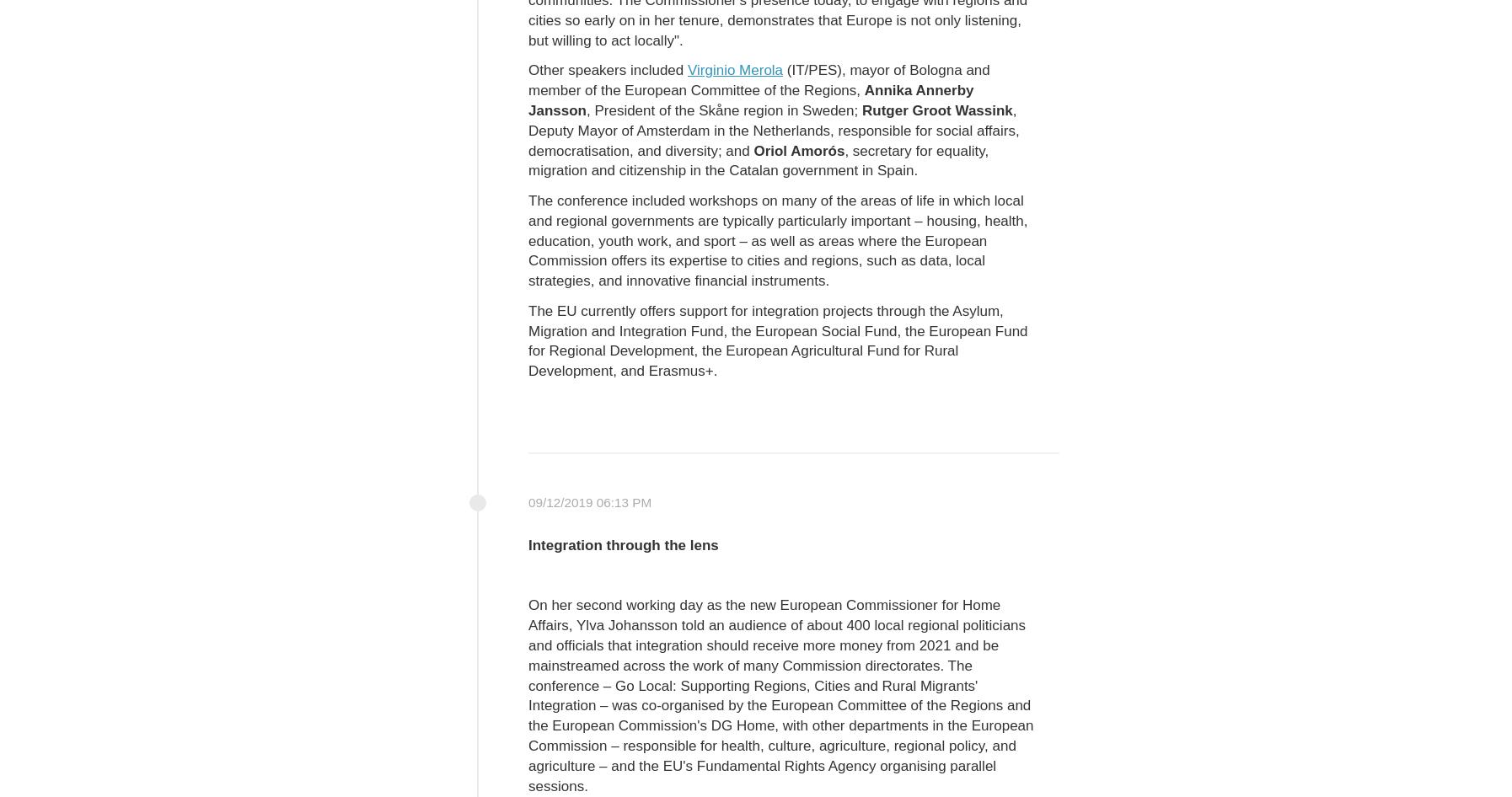 The image size is (1512, 797). Describe the element at coordinates (758, 160) in the screenshot. I see `', secretary for equality, migration and citizenship in the Catalan government in Spain.'` at that location.